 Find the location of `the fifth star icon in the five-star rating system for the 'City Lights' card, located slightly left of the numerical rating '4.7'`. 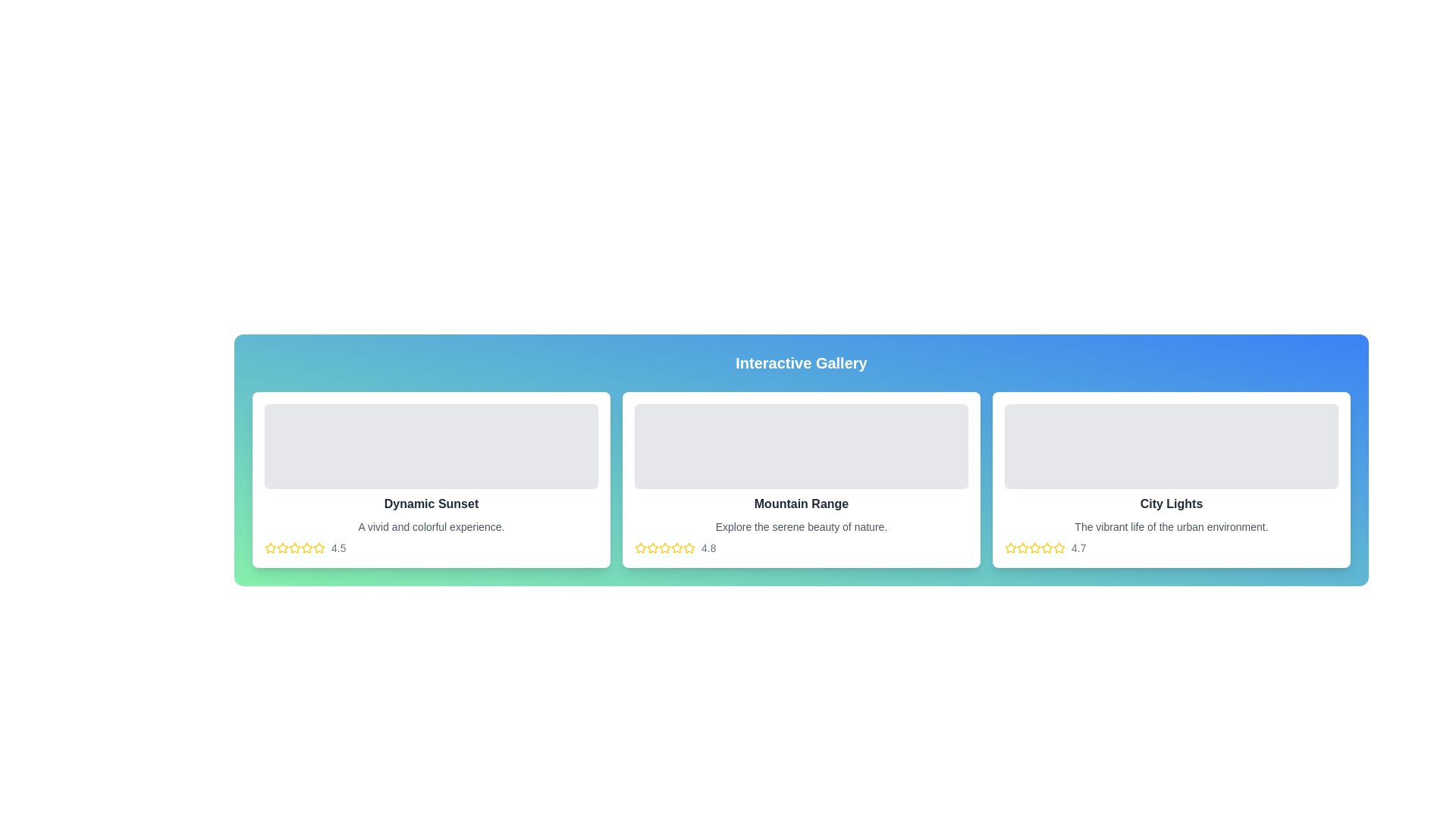

the fifth star icon in the five-star rating system for the 'City Lights' card, located slightly left of the numerical rating '4.7' is located at coordinates (1058, 548).